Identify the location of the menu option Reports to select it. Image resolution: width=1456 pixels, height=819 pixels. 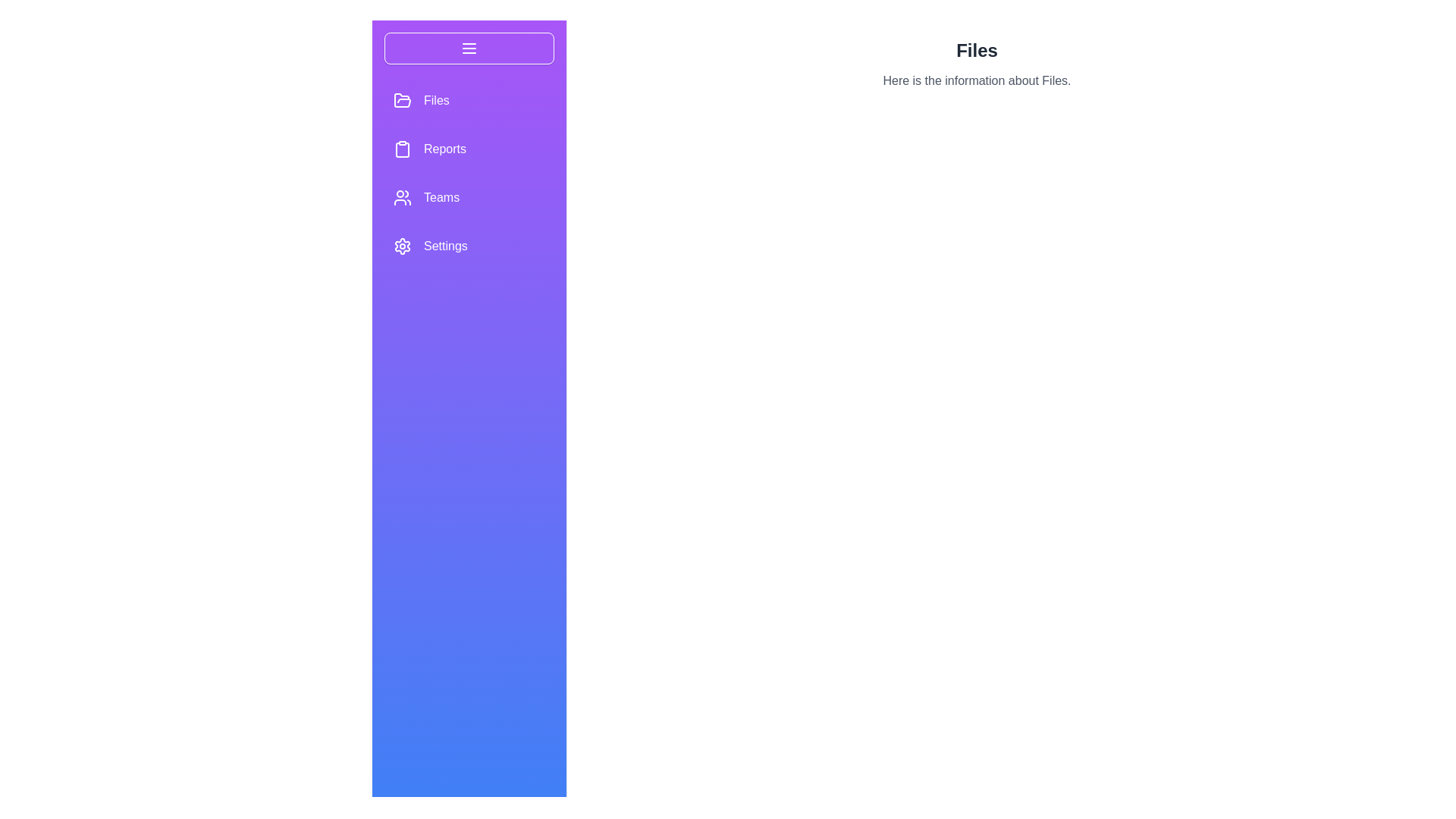
(403, 149).